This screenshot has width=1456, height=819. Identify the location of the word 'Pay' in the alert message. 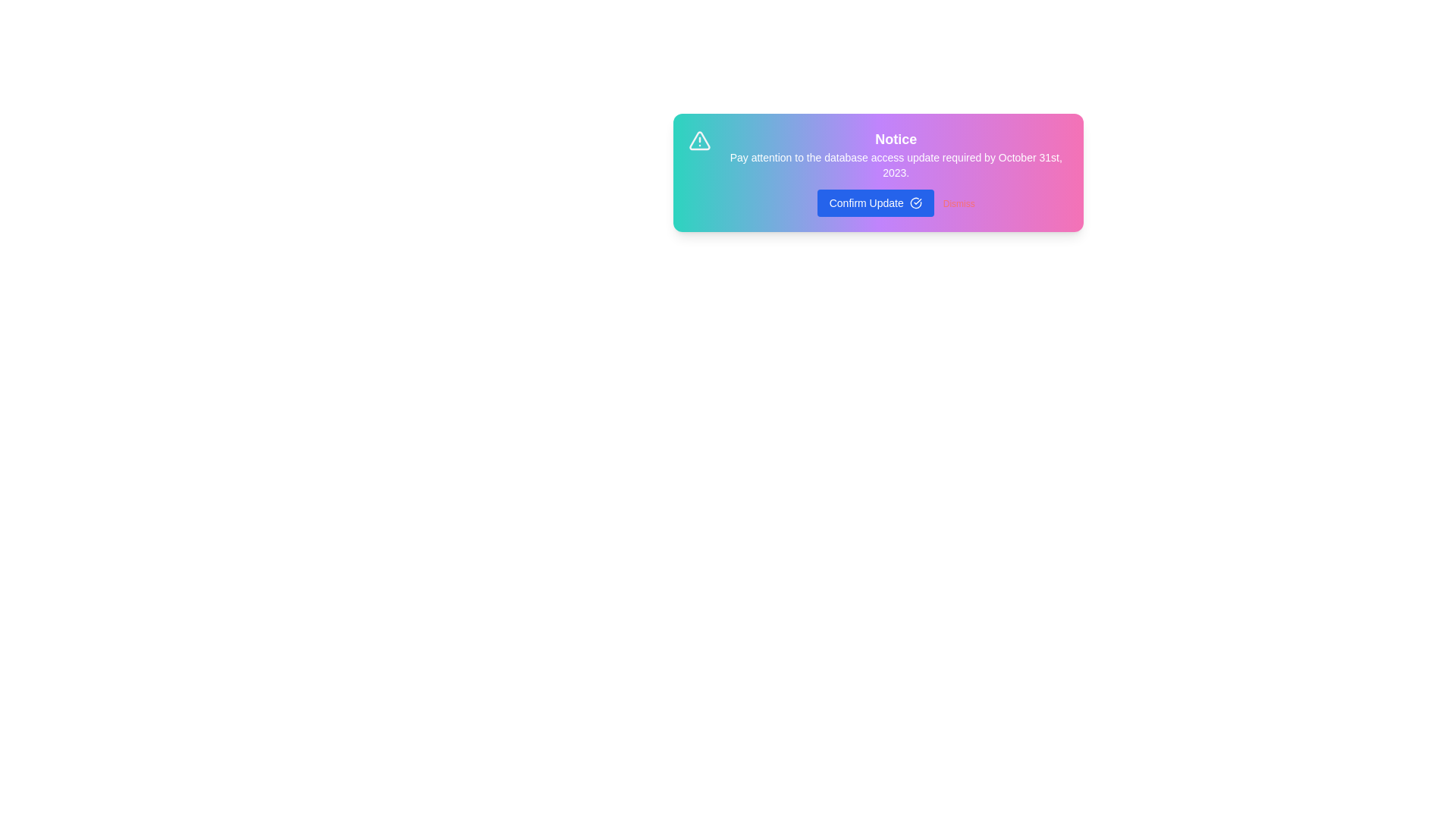
(728, 152).